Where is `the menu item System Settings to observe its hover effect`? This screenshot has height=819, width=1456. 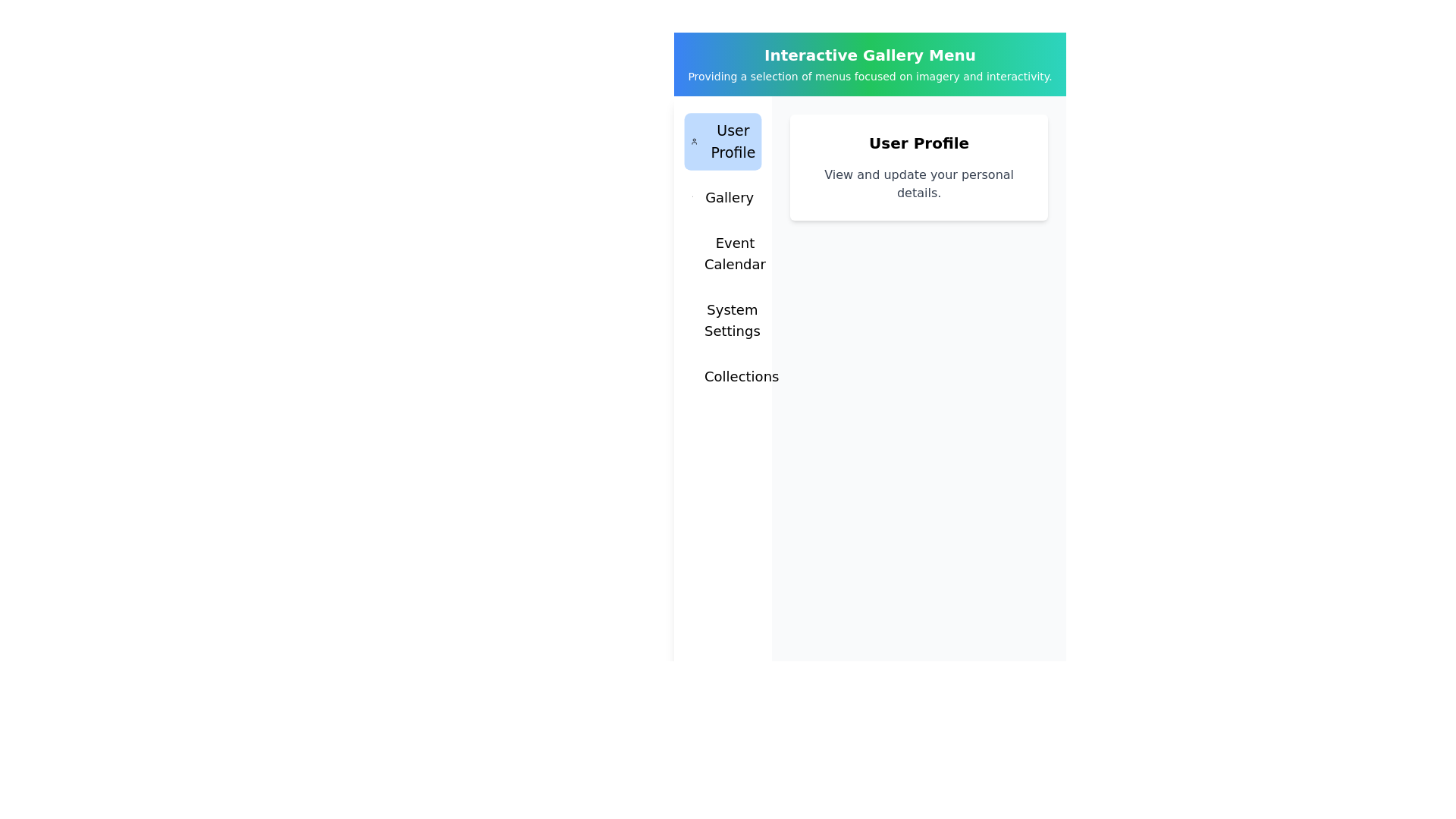
the menu item System Settings to observe its hover effect is located at coordinates (722, 320).